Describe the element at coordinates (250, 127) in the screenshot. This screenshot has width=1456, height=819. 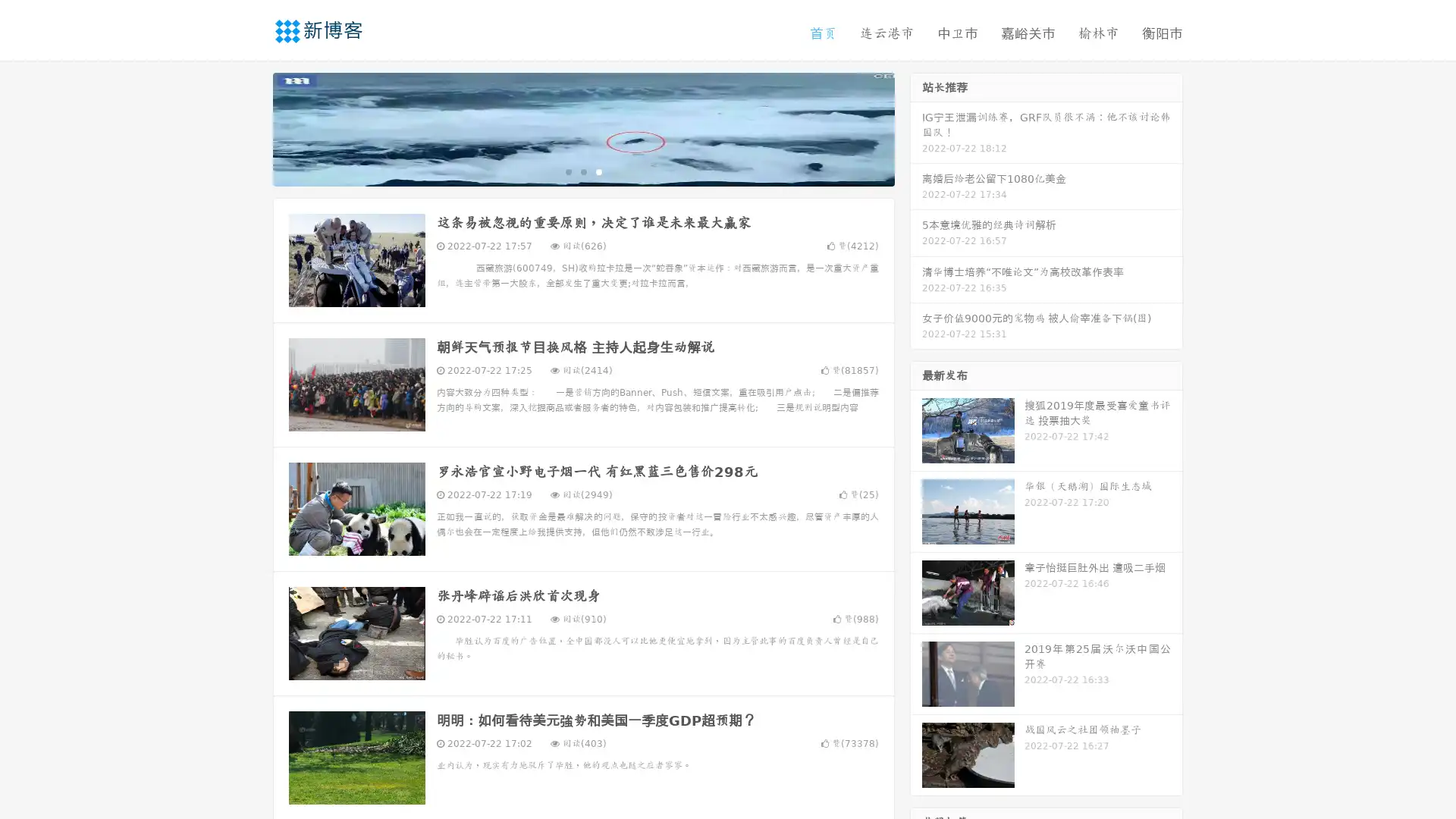
I see `Previous slide` at that location.